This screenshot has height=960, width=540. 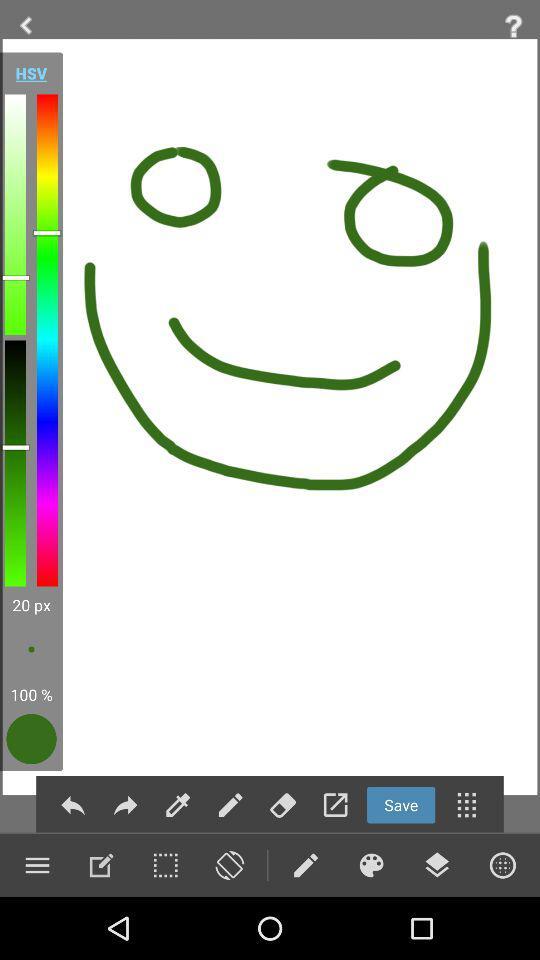 I want to click on edit the paint, so click(x=100, y=864).